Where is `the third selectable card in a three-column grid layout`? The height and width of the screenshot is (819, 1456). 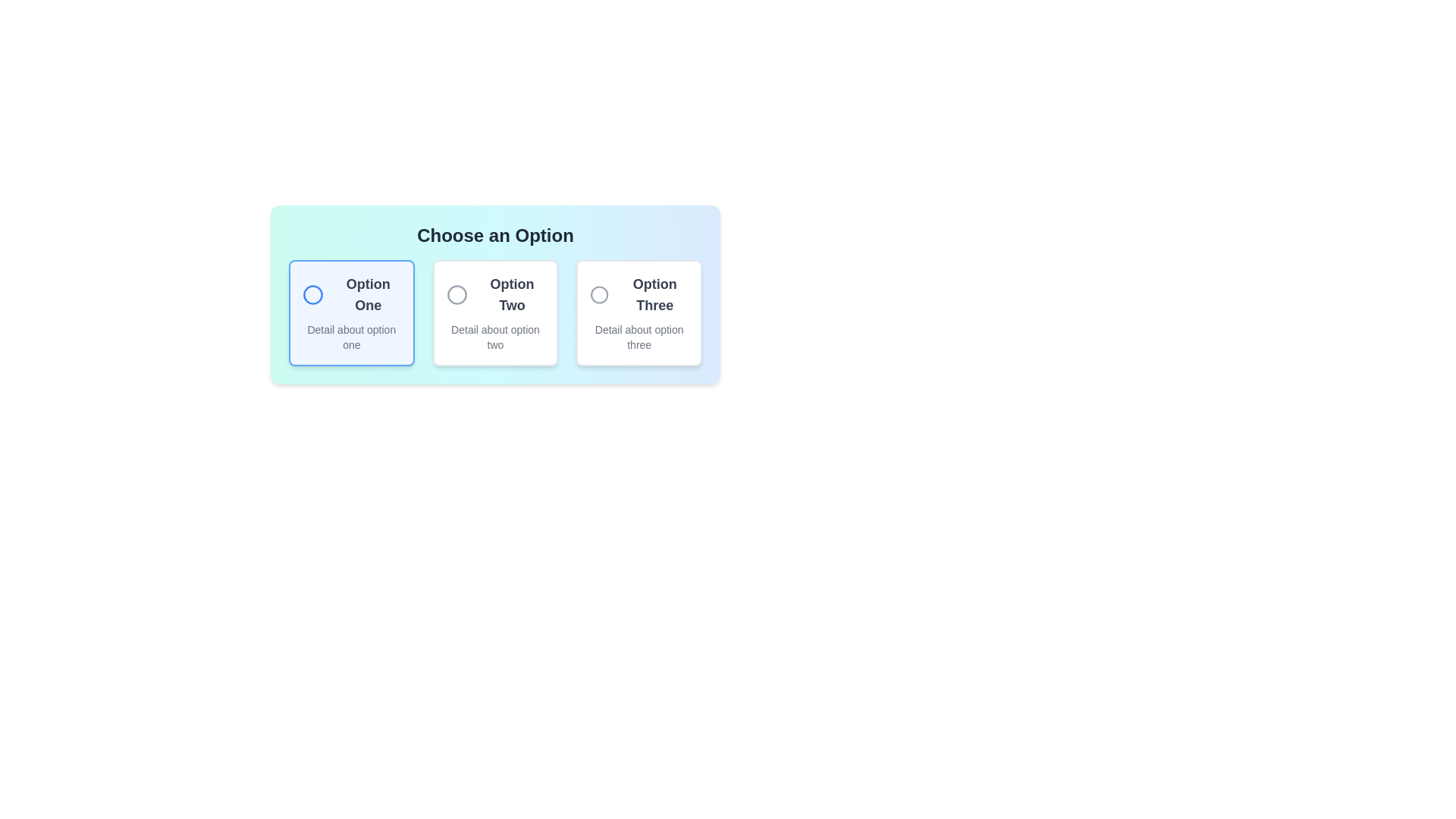 the third selectable card in a three-column grid layout is located at coordinates (639, 312).